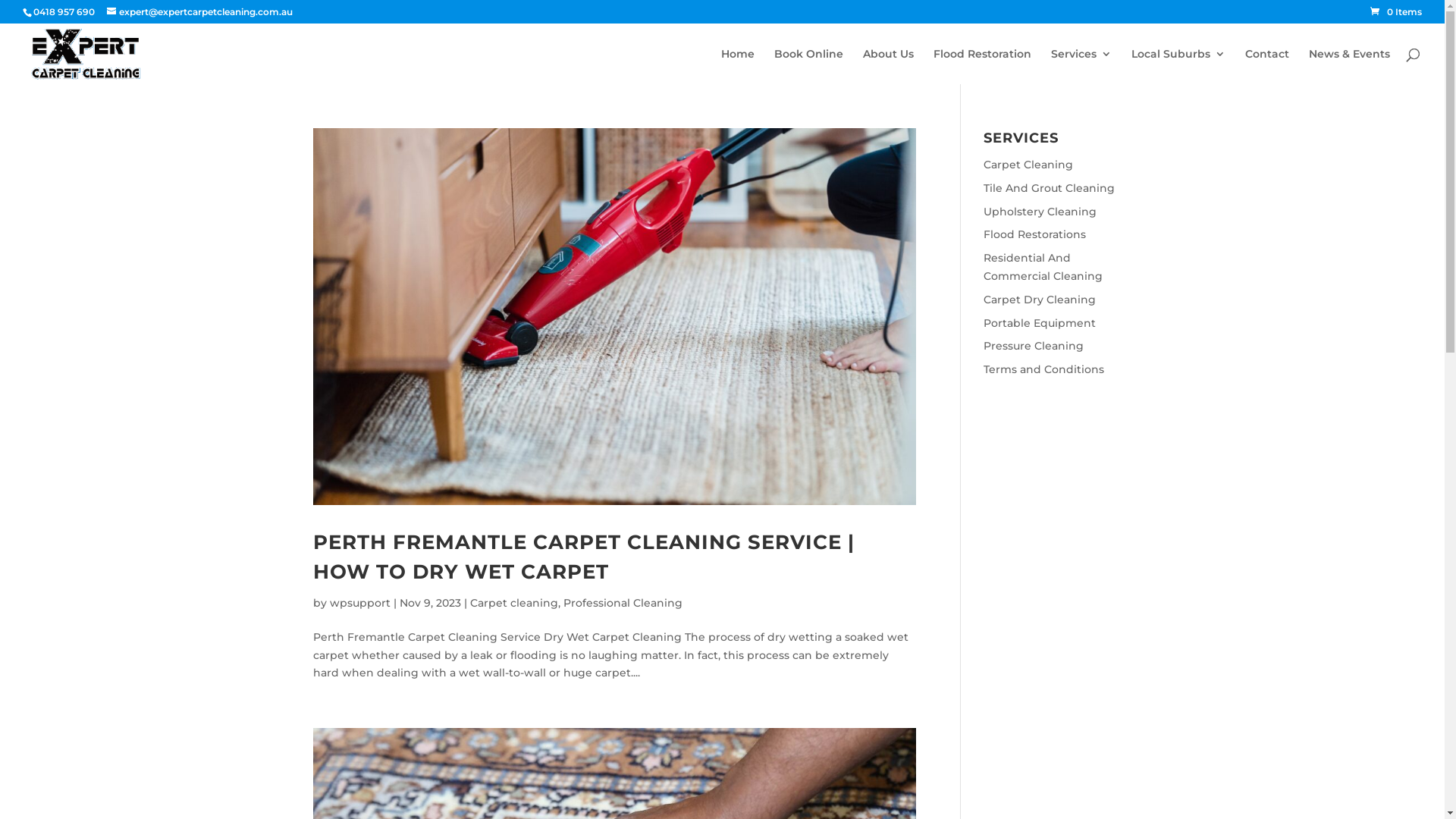 The height and width of the screenshot is (819, 1456). I want to click on 'Pressure Cleaning', so click(1033, 345).